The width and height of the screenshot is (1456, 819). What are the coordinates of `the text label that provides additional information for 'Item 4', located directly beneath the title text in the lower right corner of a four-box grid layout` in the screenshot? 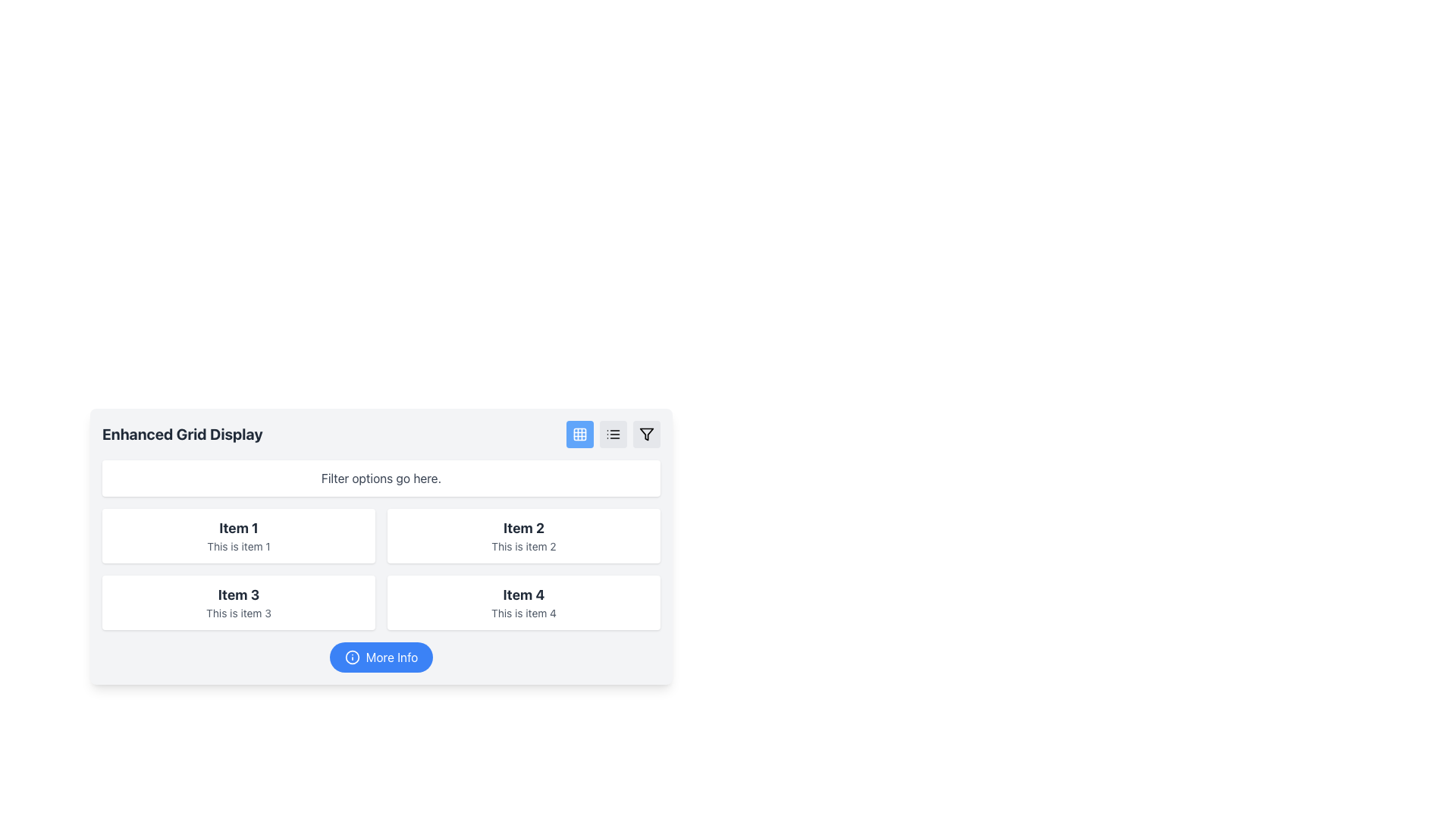 It's located at (524, 613).